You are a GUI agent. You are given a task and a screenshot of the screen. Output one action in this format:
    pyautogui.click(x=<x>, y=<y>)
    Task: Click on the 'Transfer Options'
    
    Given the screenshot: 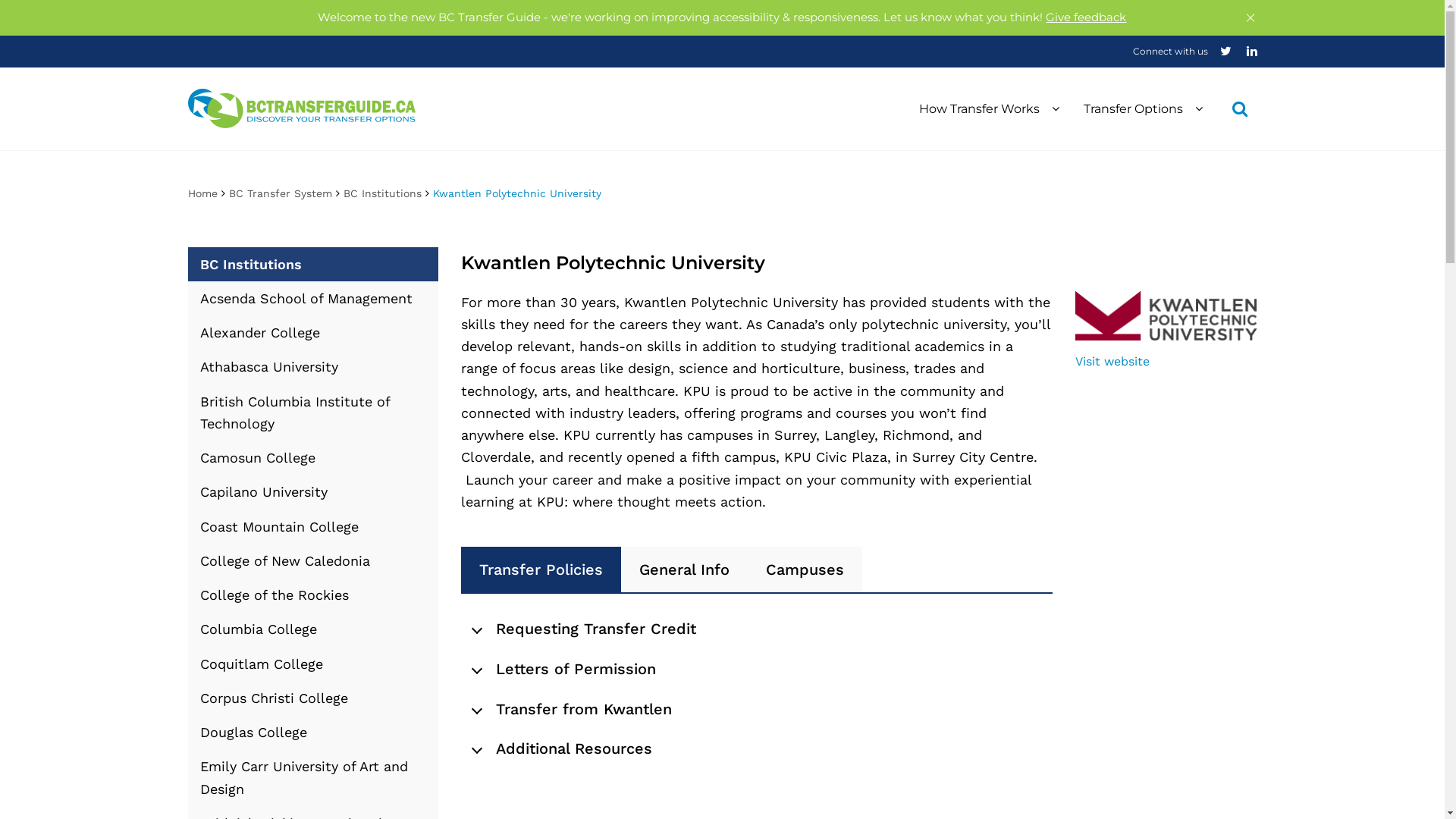 What is the action you would take?
    pyautogui.click(x=1142, y=107)
    